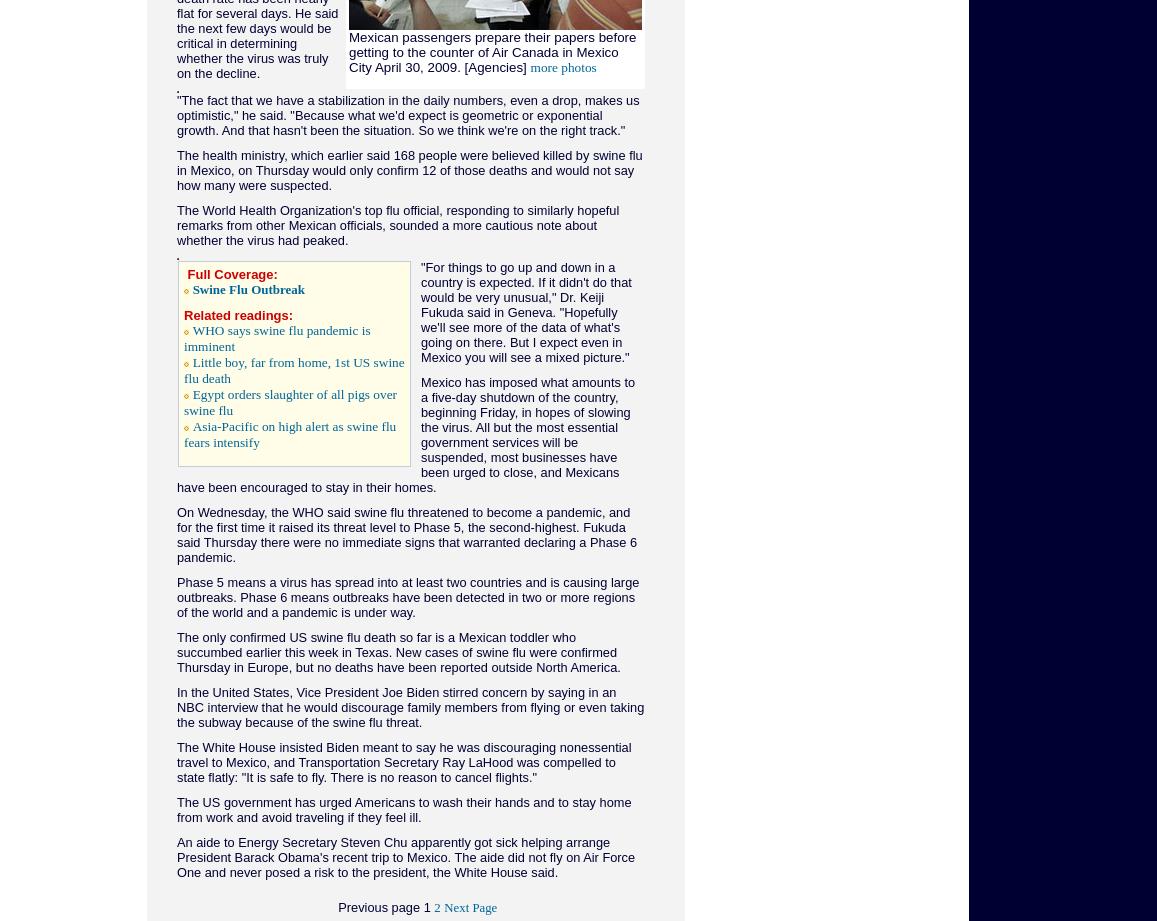  I want to click on '2', so click(435, 907).